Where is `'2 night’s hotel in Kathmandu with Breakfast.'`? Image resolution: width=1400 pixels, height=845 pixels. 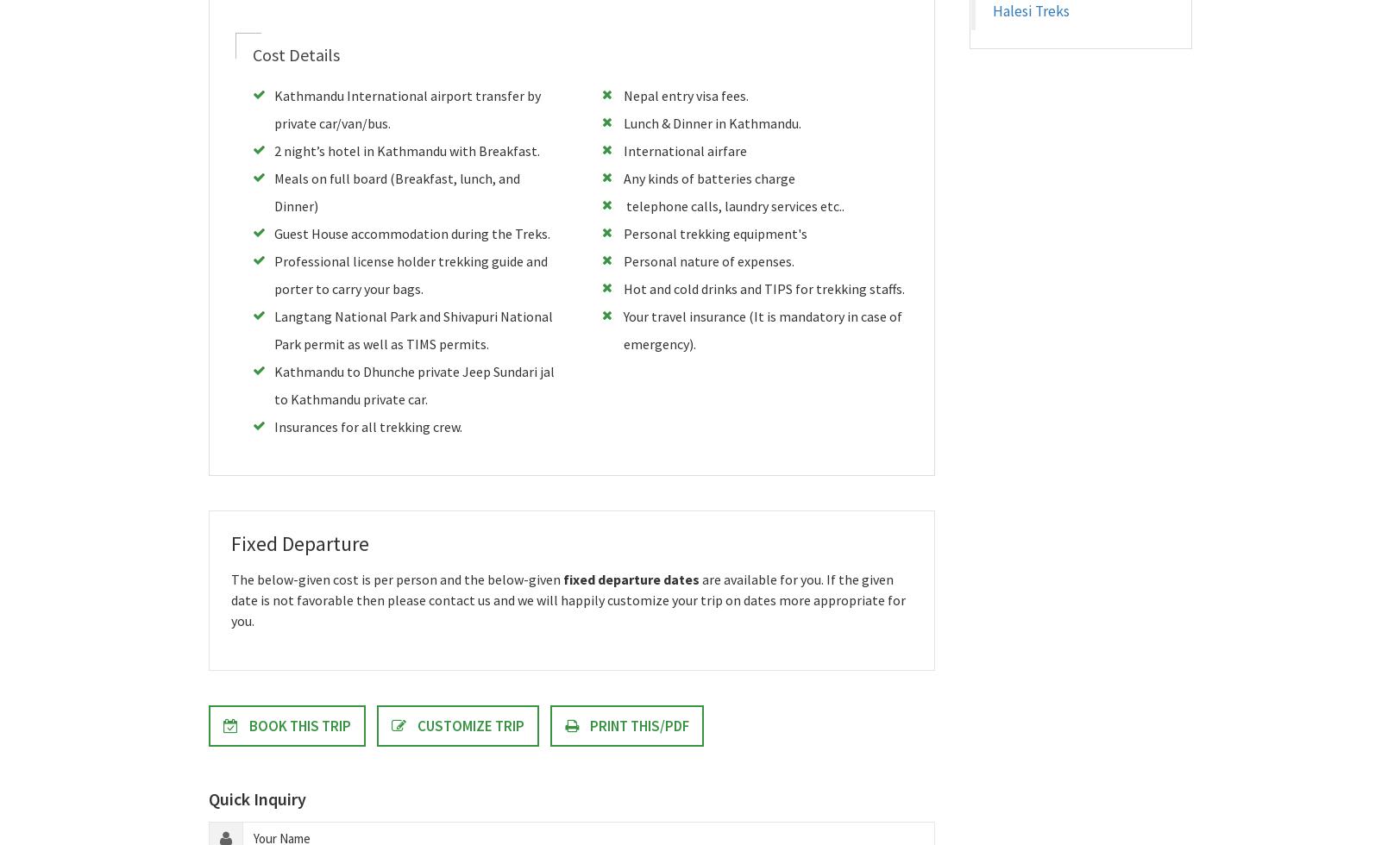 '2 night’s hotel in Kathmandu with Breakfast.' is located at coordinates (405, 151).